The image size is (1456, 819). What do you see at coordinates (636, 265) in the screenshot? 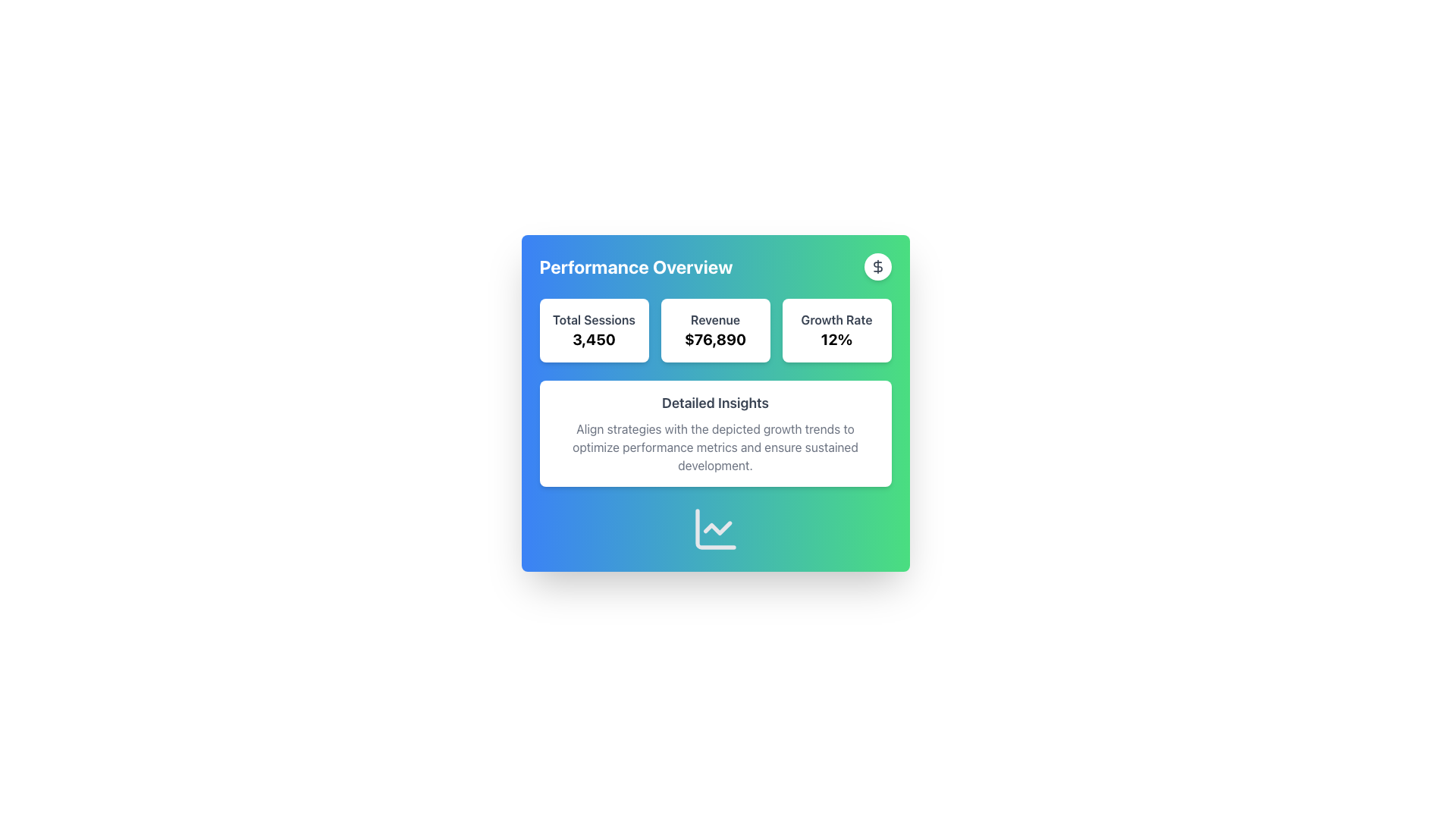
I see `the text label displaying 'Performance Overview' in bold white text, which is prominently placed on a gradient blue-to-green background at the top-left of the card-like interface` at bounding box center [636, 265].